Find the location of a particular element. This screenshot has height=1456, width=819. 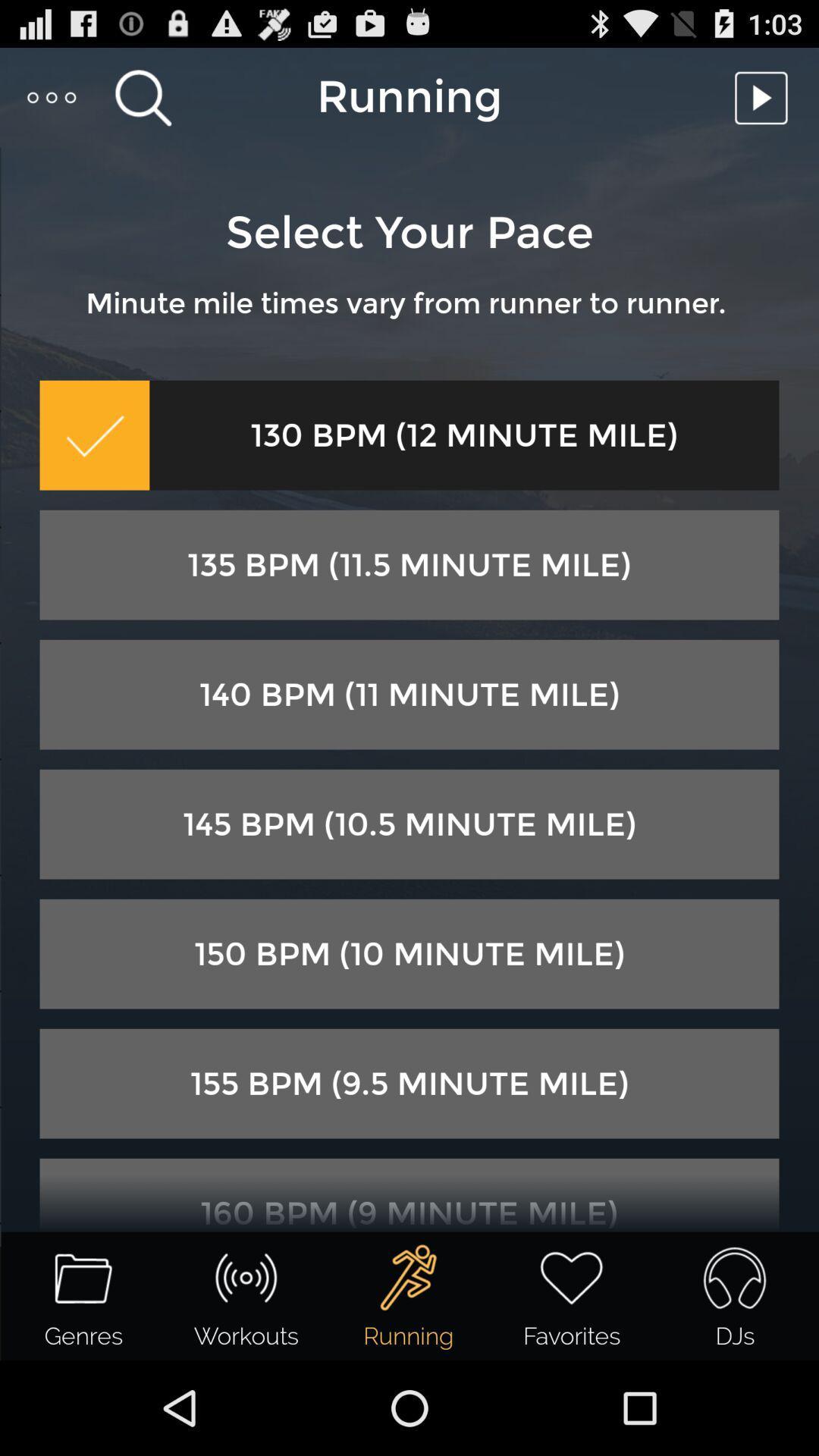

option is located at coordinates (765, 96).